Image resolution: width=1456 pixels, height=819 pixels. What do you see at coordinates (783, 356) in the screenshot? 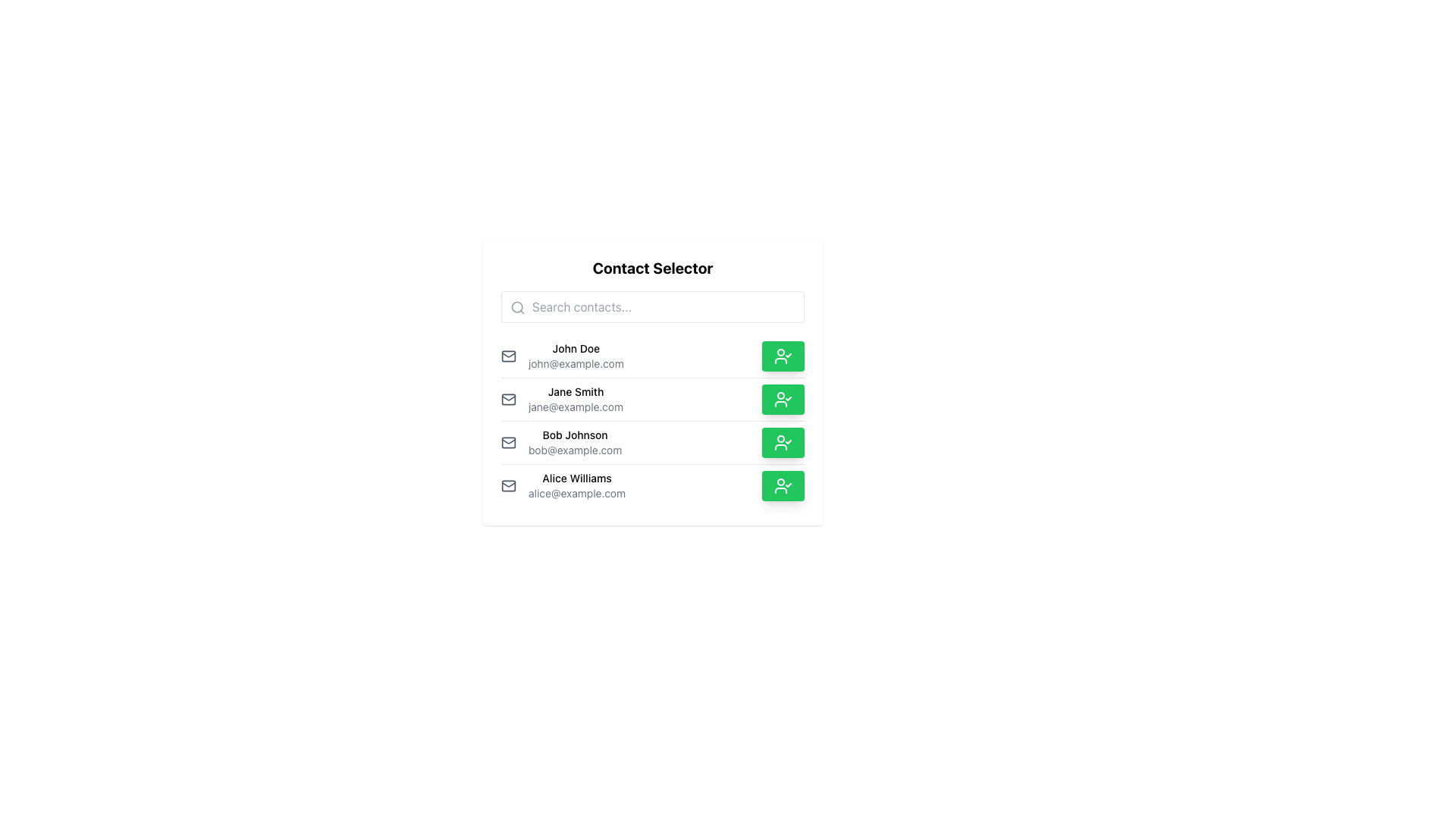
I see `the user icon button with a checkmark next to it, which is the first contact entry ('John Doe') in the right column of the list, to trigger tooltip or highlight effects` at bounding box center [783, 356].